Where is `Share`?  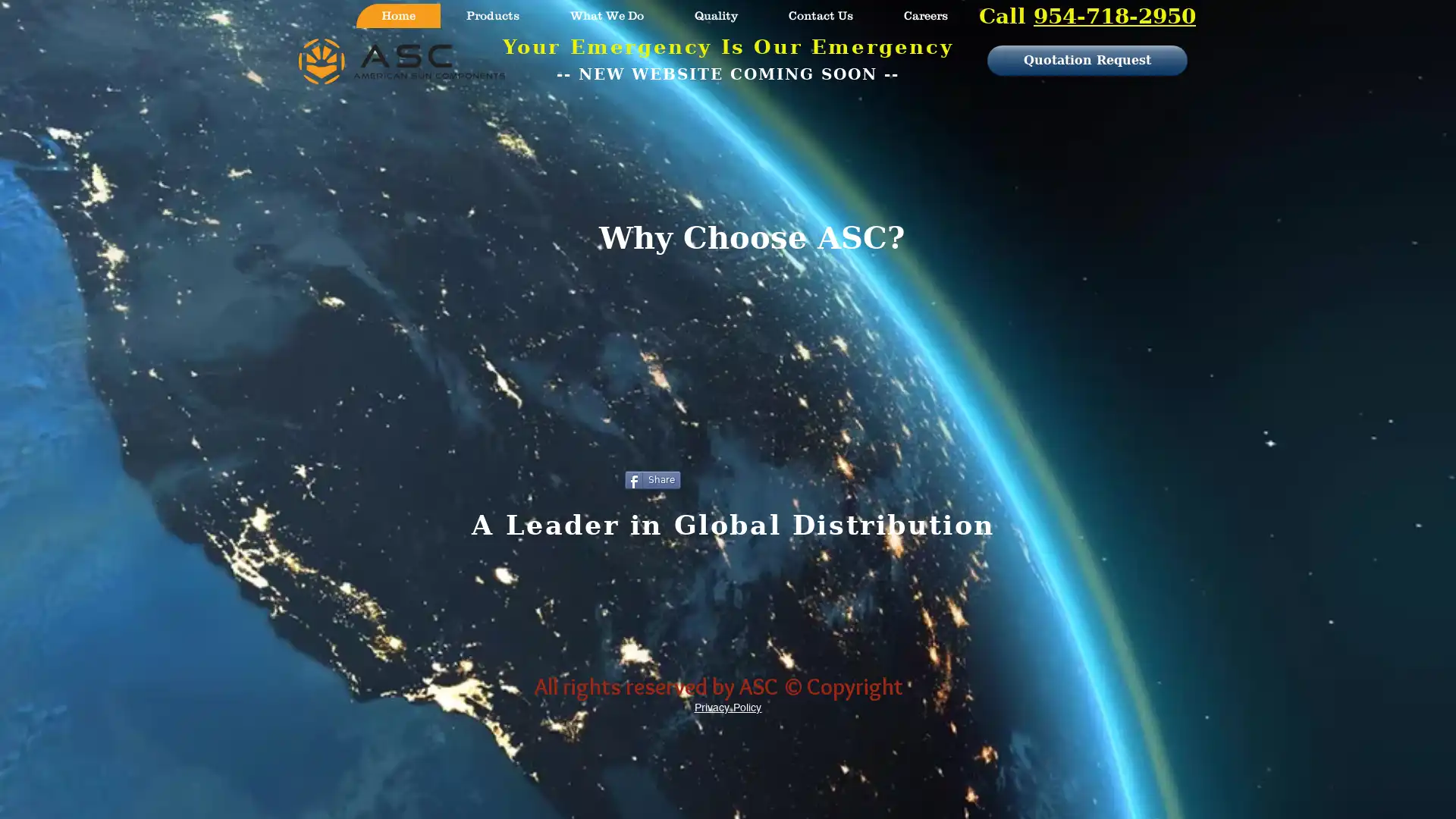 Share is located at coordinates (652, 479).